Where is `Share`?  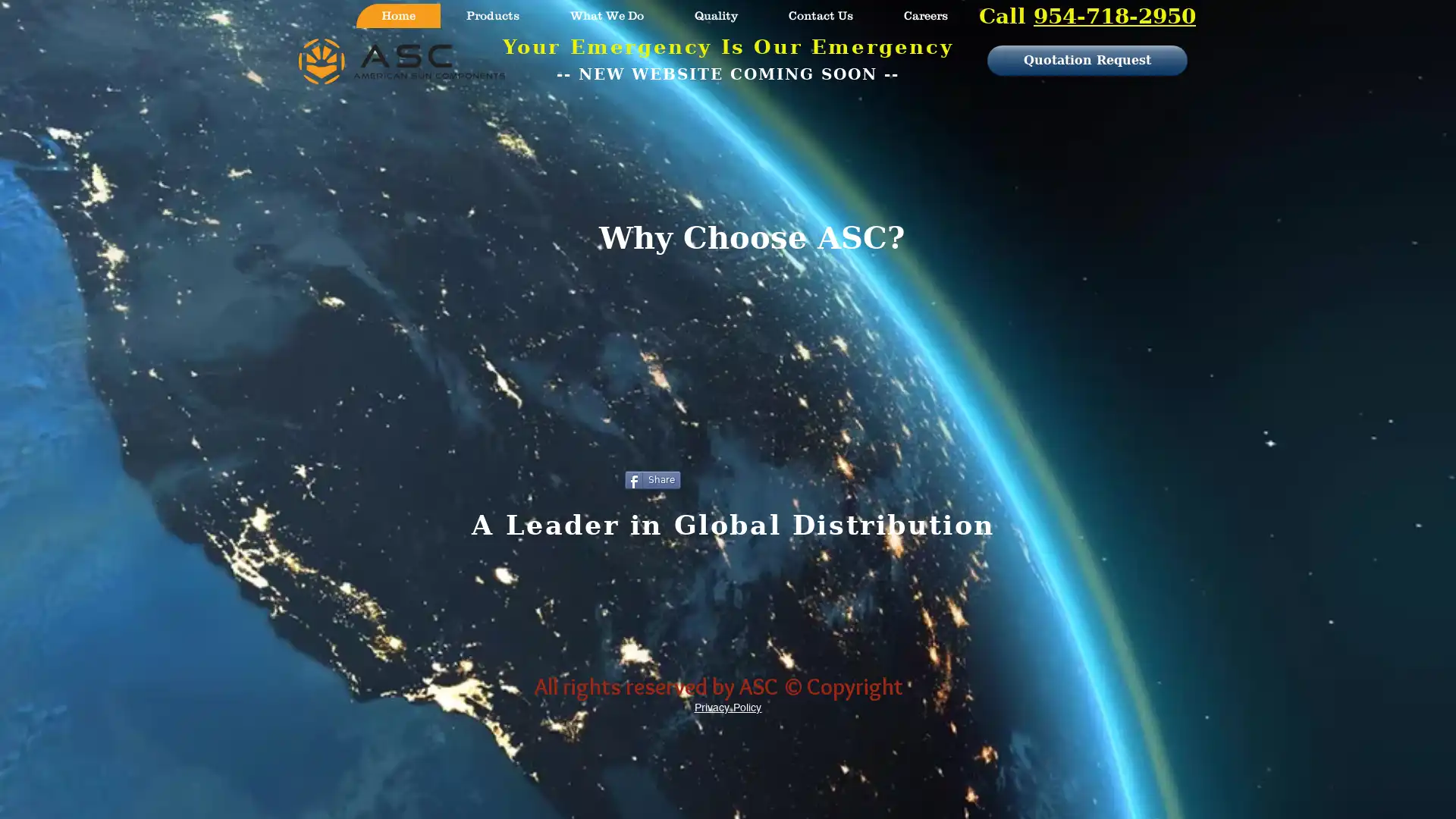 Share is located at coordinates (652, 479).